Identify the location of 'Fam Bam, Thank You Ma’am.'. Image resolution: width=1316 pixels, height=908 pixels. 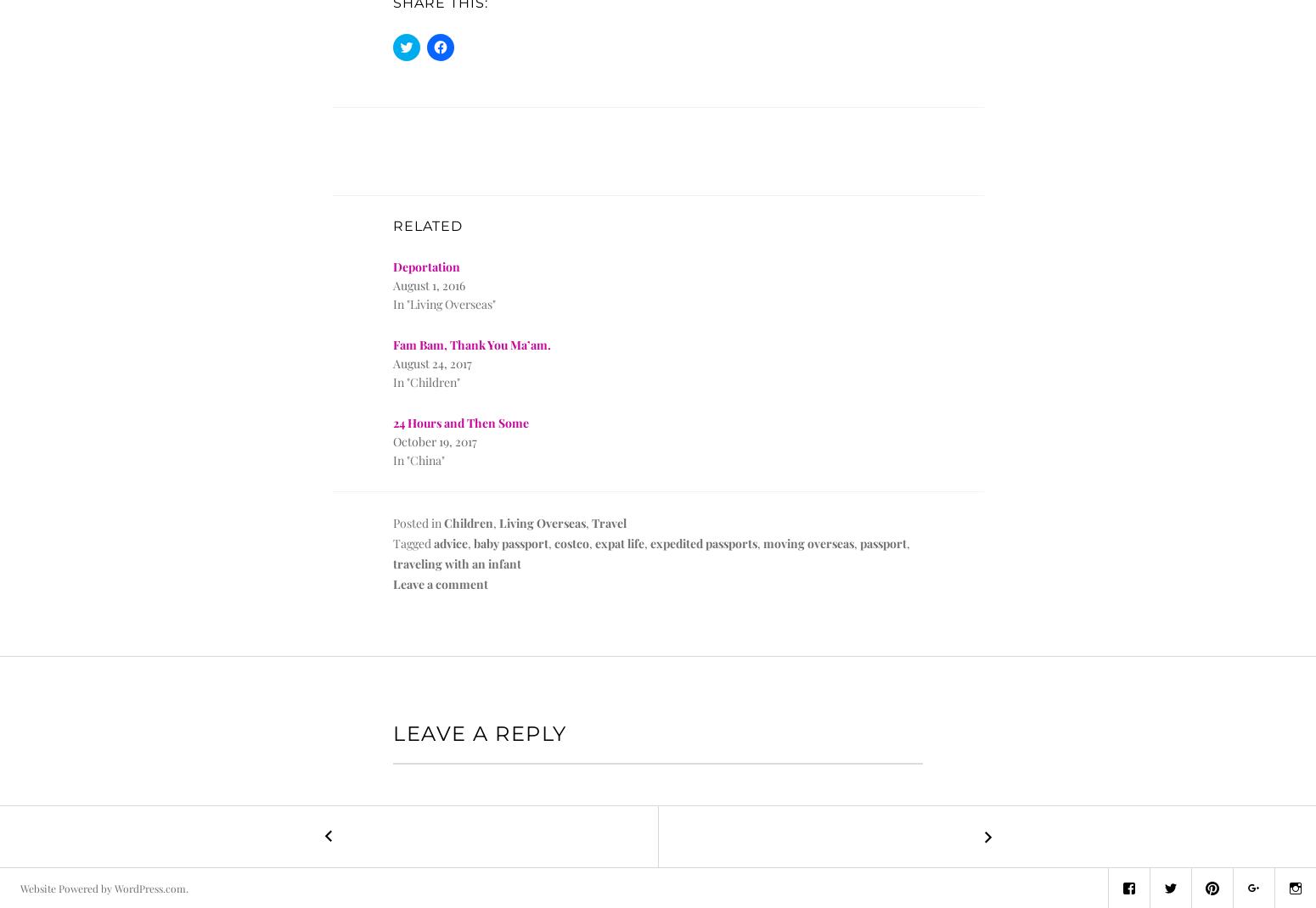
(392, 344).